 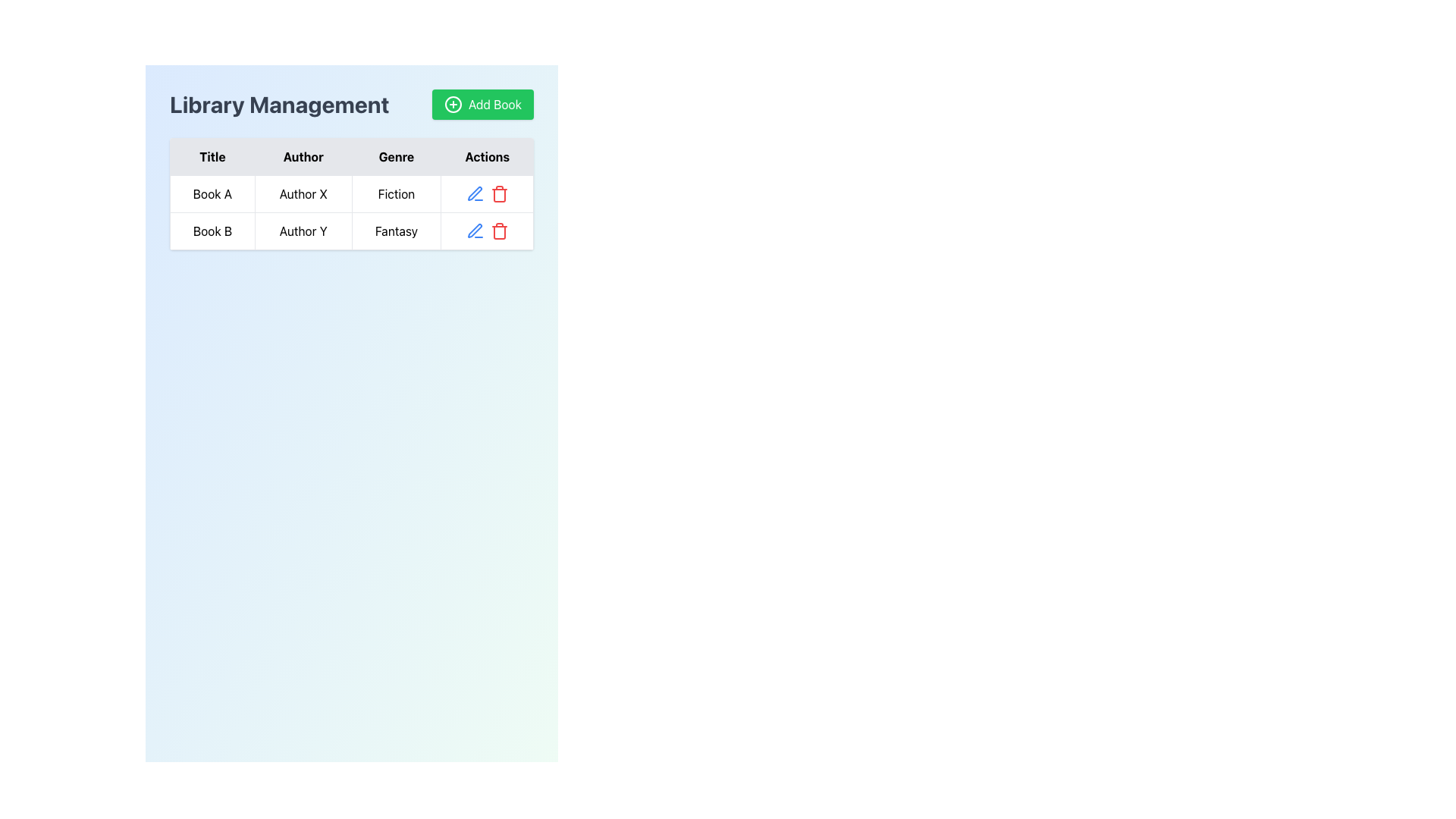 What do you see at coordinates (452, 104) in the screenshot?
I see `the circular graphic component of the icon located near the top-right corner of the interface, which is part of the 'Add Book' button` at bounding box center [452, 104].